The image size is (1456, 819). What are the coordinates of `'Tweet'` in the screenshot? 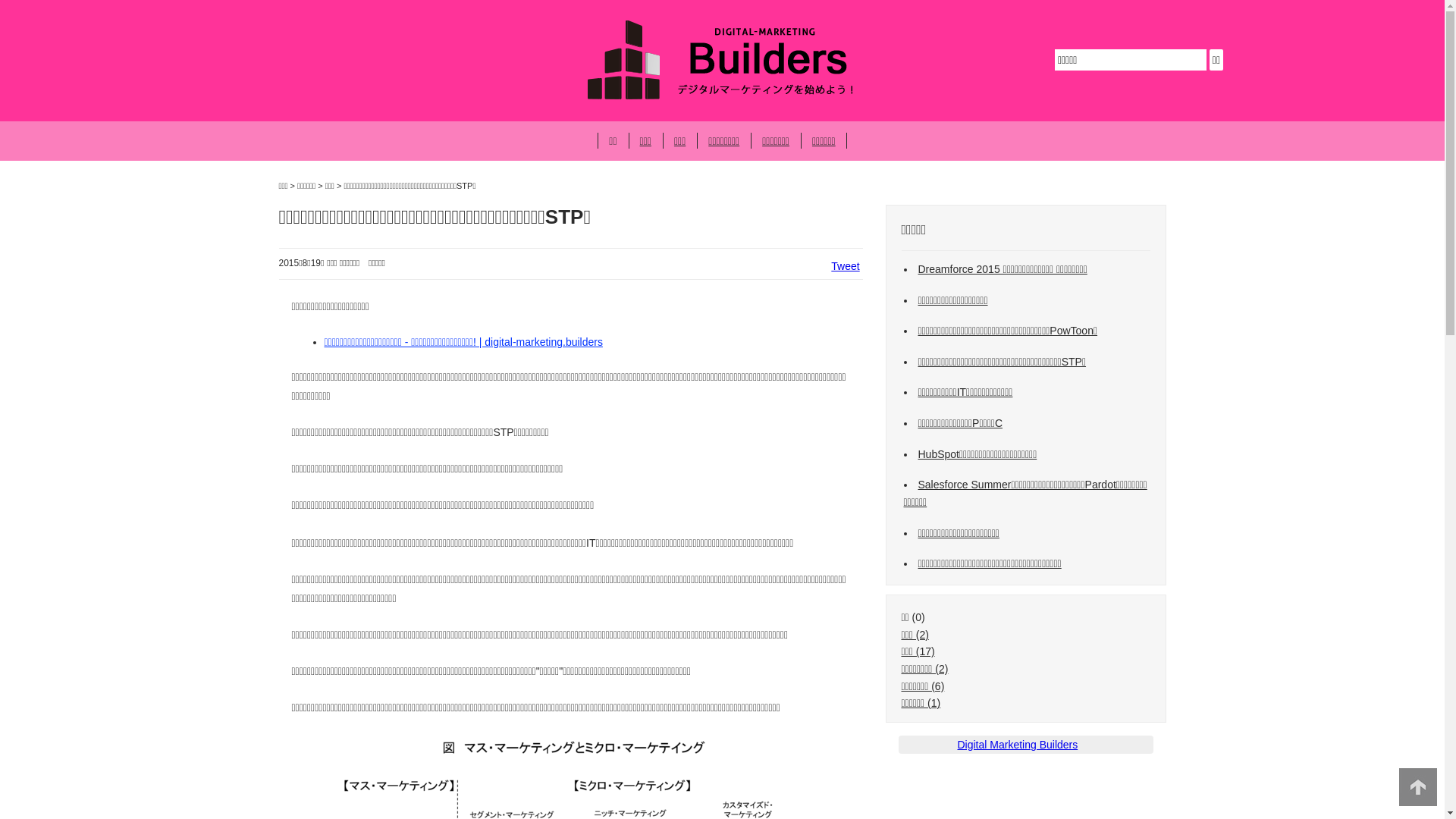 It's located at (844, 265).